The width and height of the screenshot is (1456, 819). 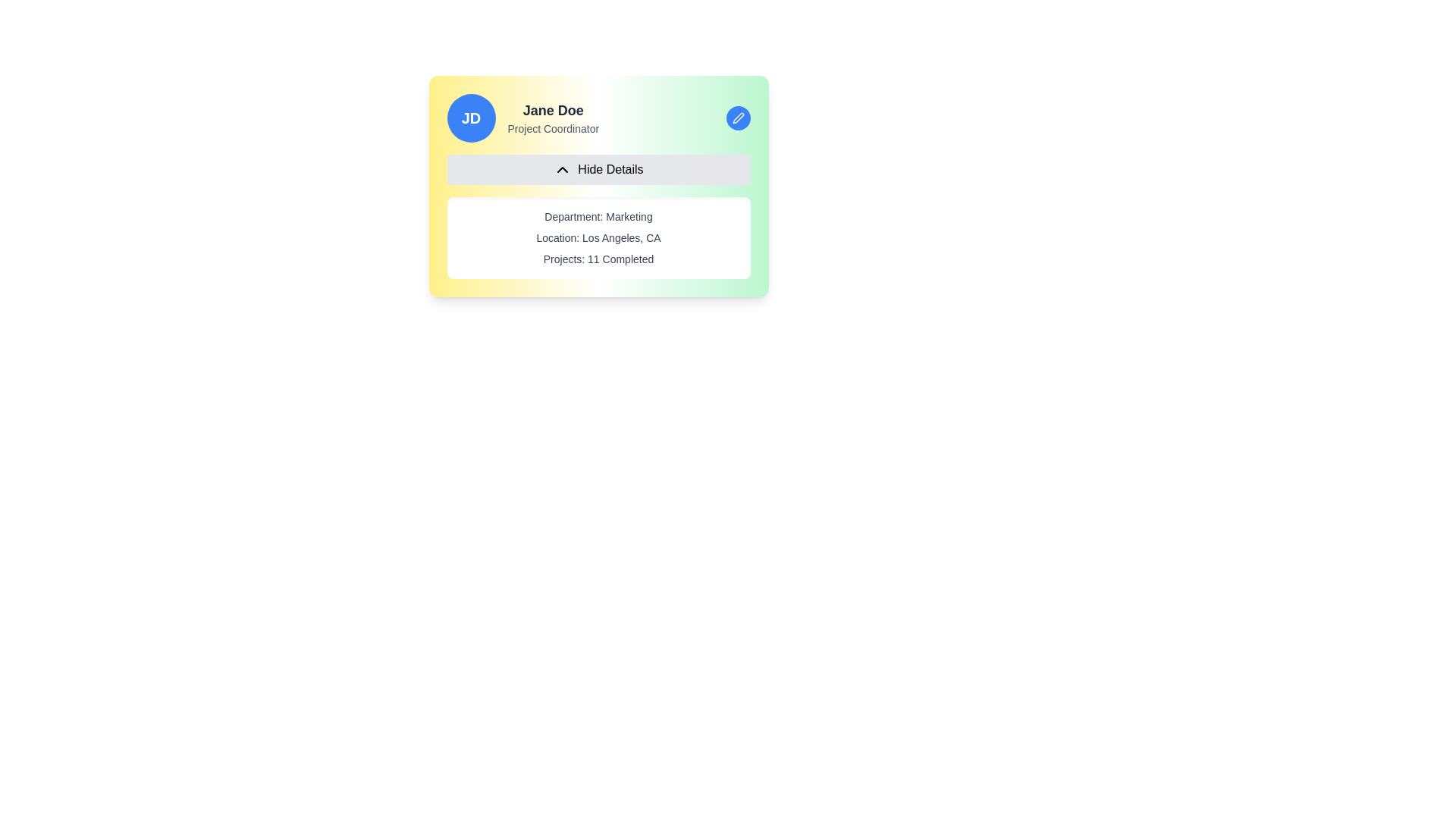 I want to click on the static text label that provides information about the role or title of 'Jane Doe', so click(x=552, y=127).